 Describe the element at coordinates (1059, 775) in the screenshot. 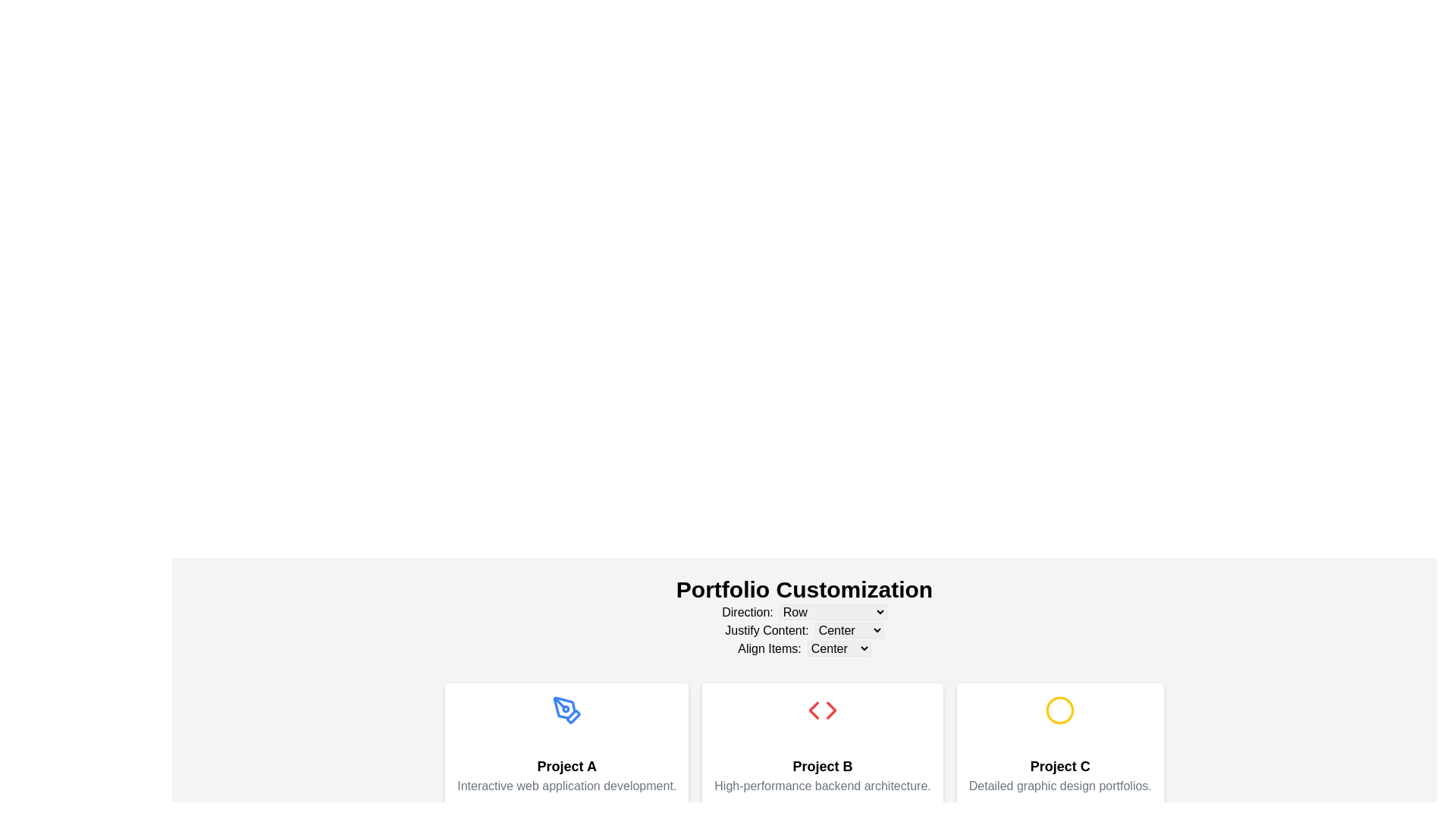

I see `information displayed in the text display element about 'Project C', which is located in the third content card of the row, centrally aligned with a yellow icon above it` at that location.